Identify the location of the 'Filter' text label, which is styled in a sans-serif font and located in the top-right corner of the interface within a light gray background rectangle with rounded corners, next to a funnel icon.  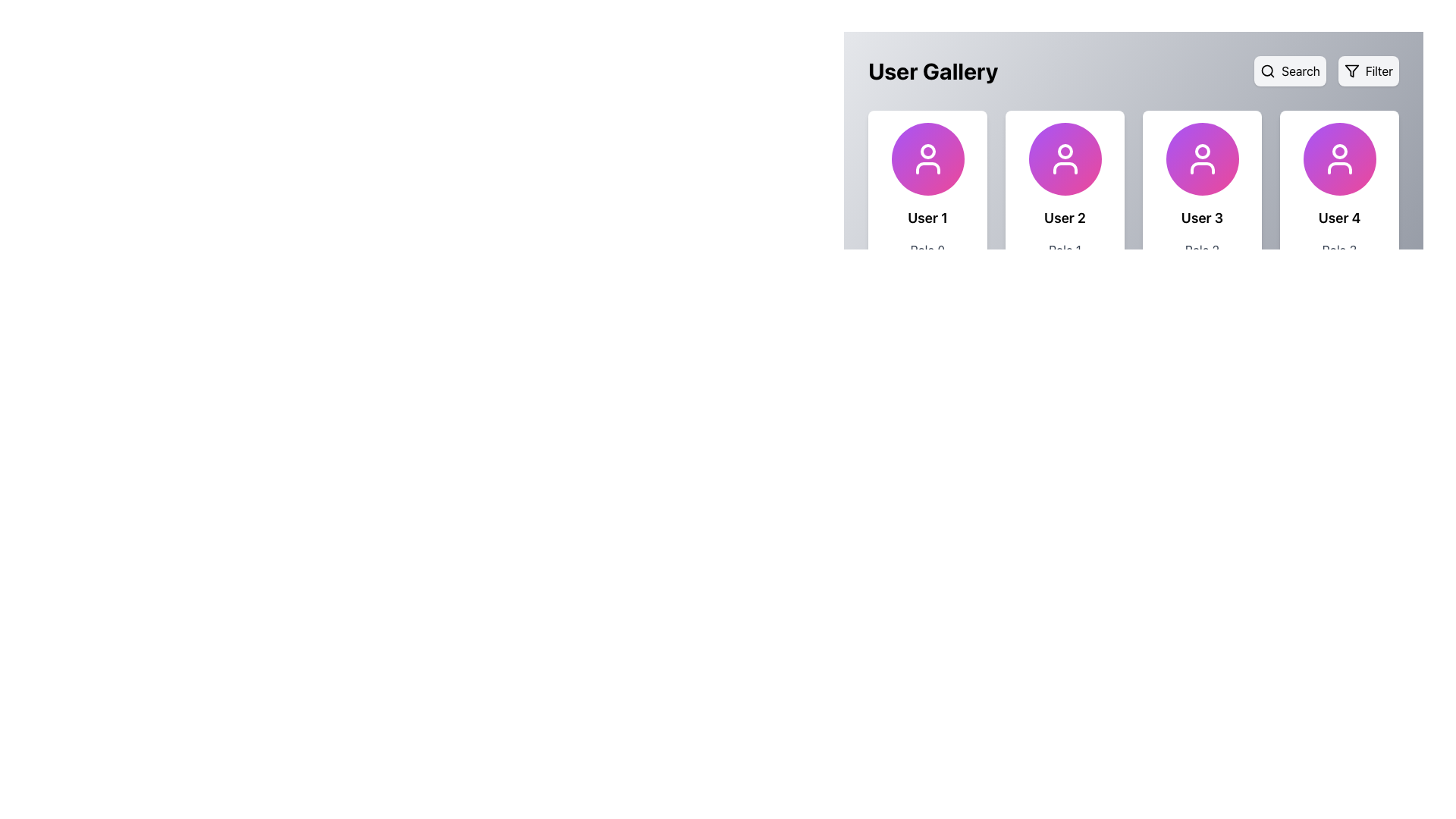
(1379, 71).